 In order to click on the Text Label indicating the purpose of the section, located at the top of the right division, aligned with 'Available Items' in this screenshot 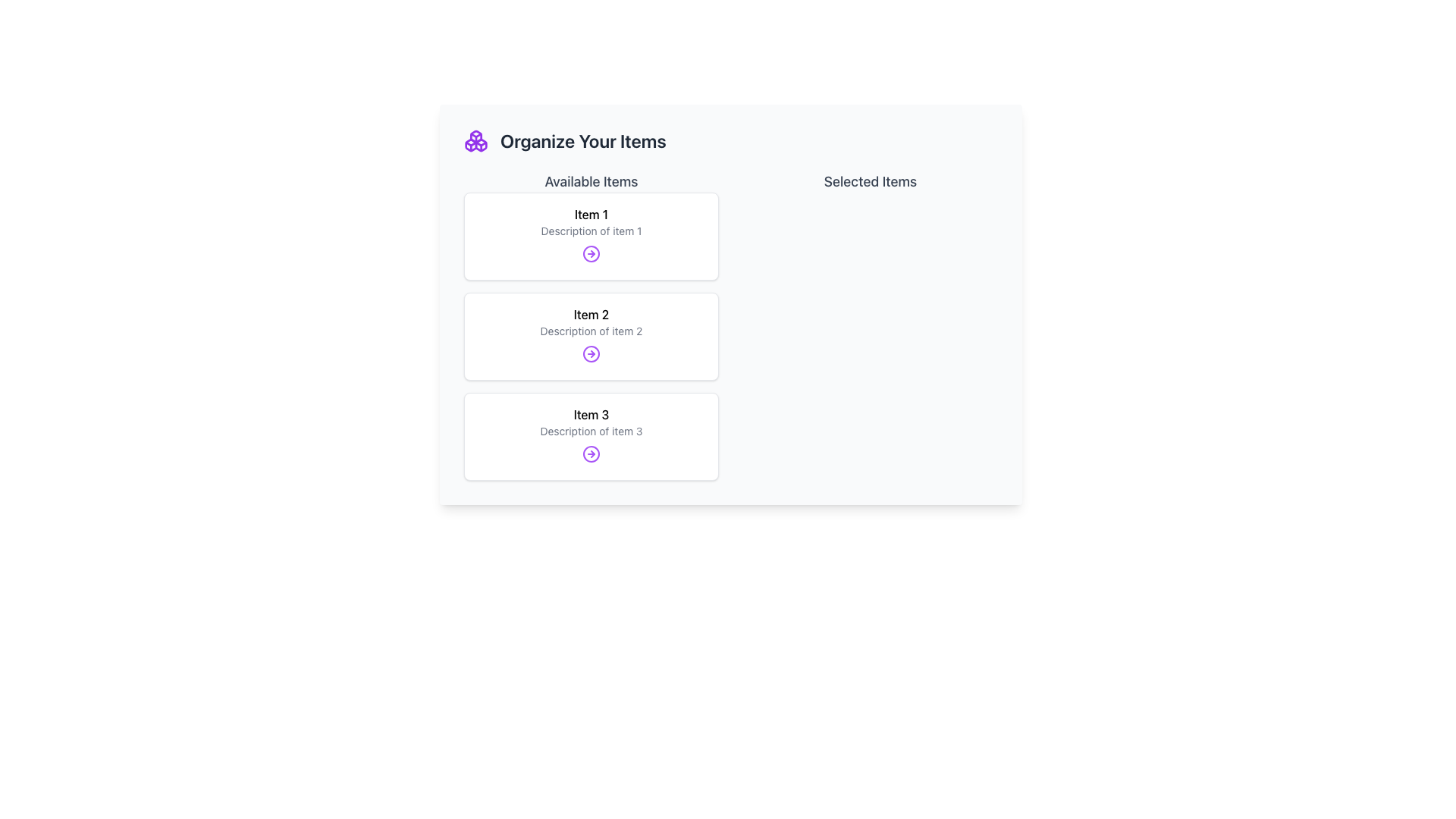, I will do `click(870, 180)`.